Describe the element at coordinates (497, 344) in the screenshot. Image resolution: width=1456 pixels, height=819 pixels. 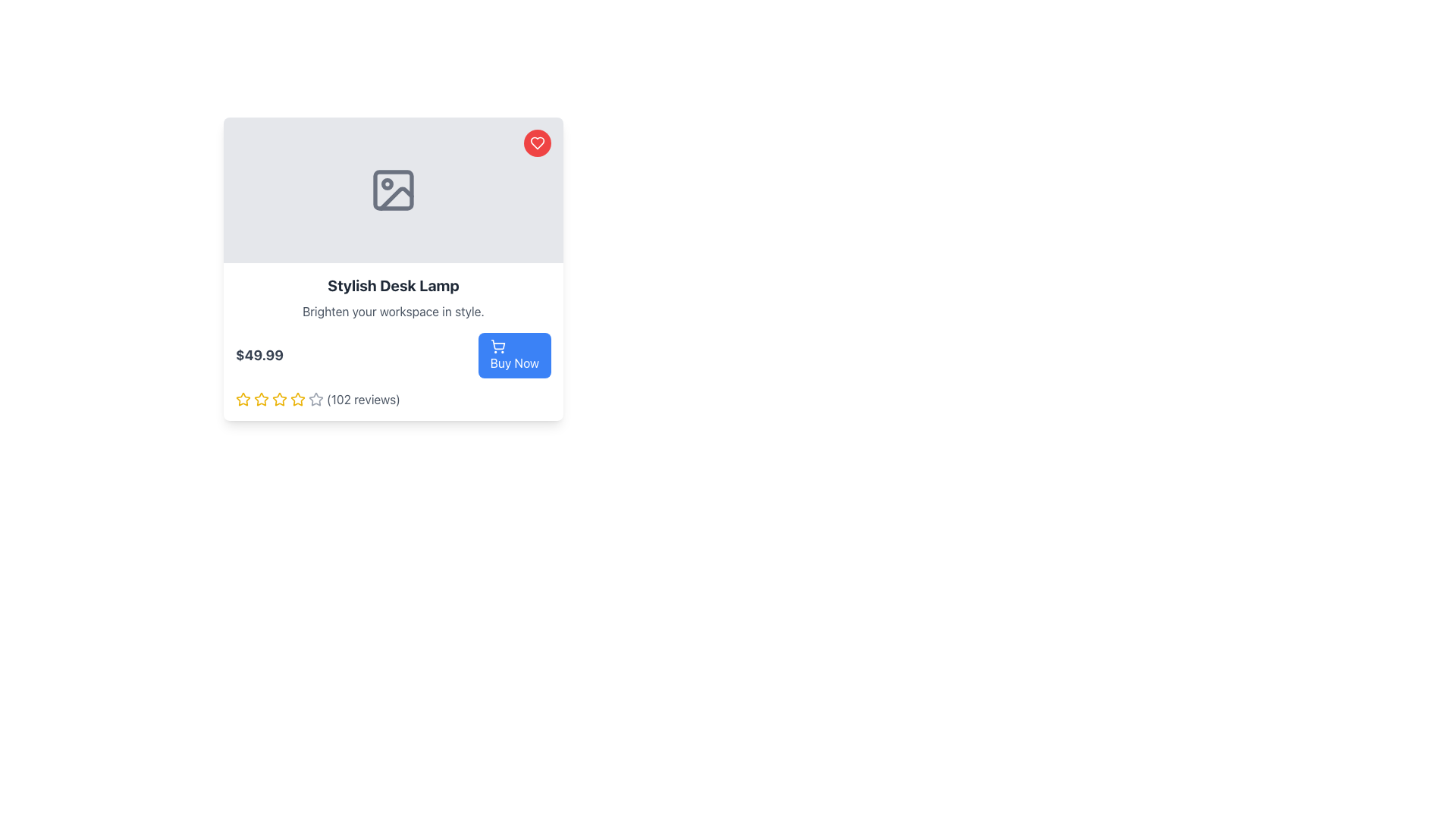
I see `the basket portion of the shopping cart icon located in the 'Buy Now' button area` at that location.